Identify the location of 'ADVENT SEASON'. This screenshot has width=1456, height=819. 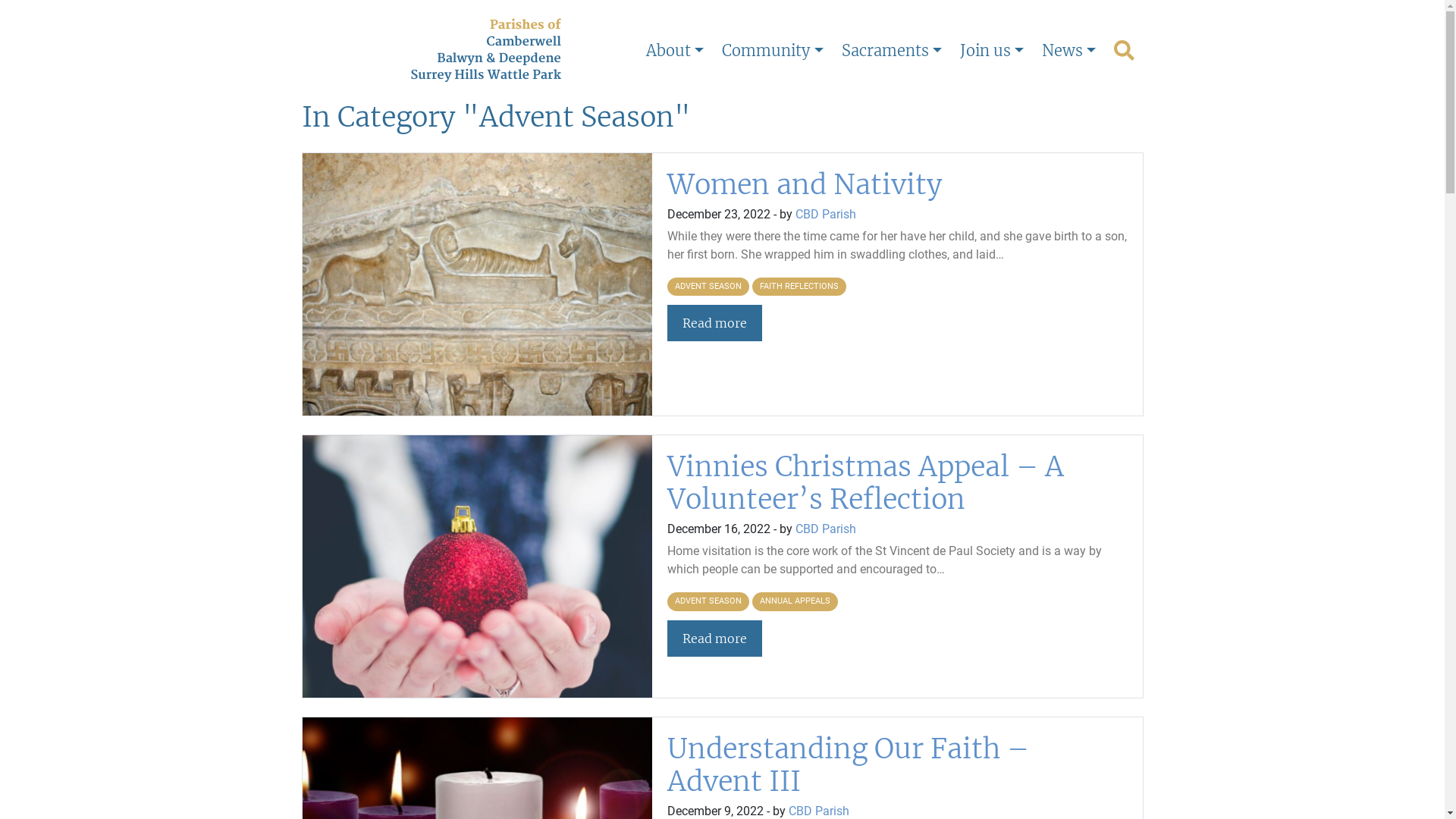
(708, 287).